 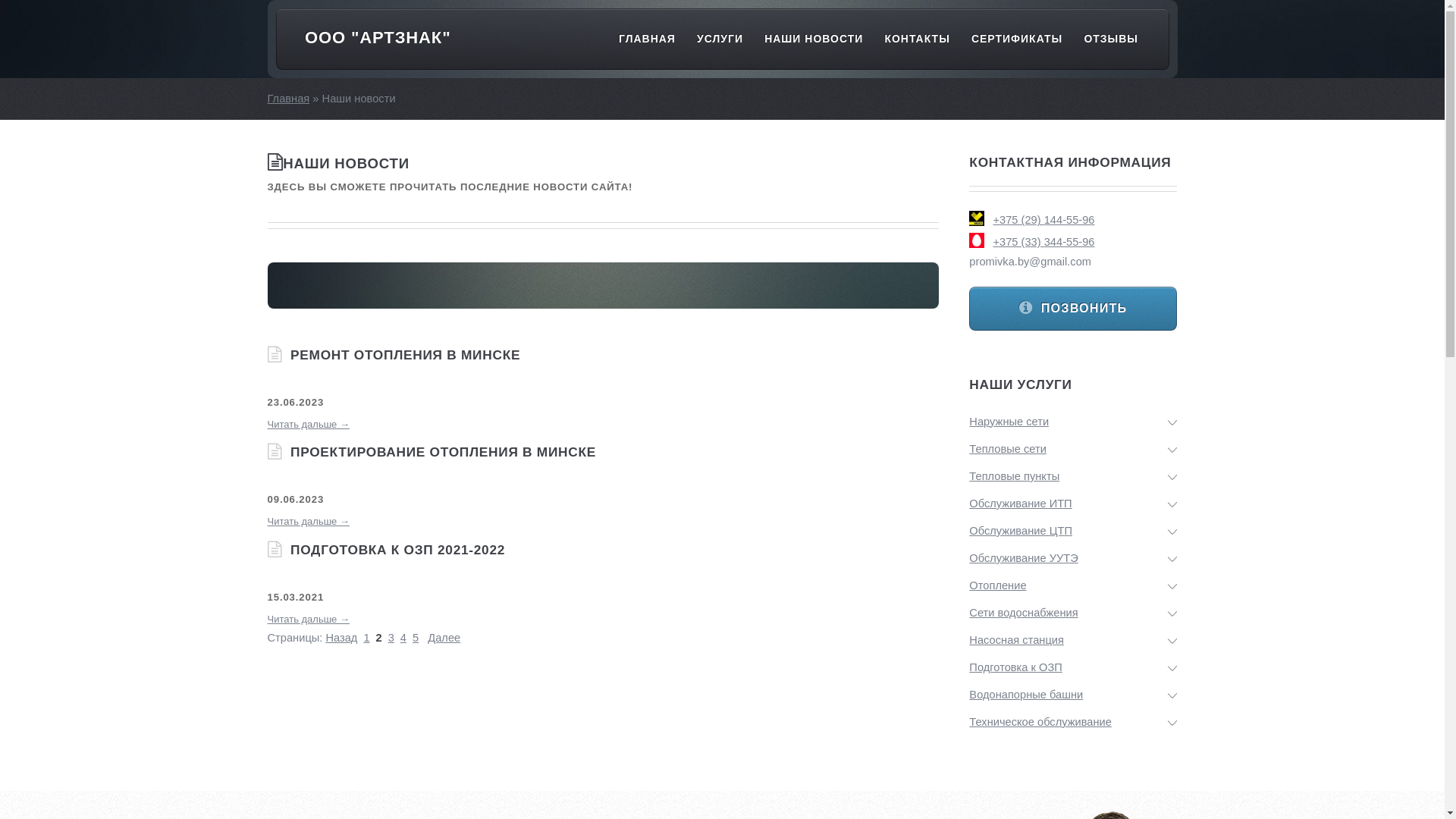 I want to click on '+375 (29) 144-55-96', so click(x=993, y=219).